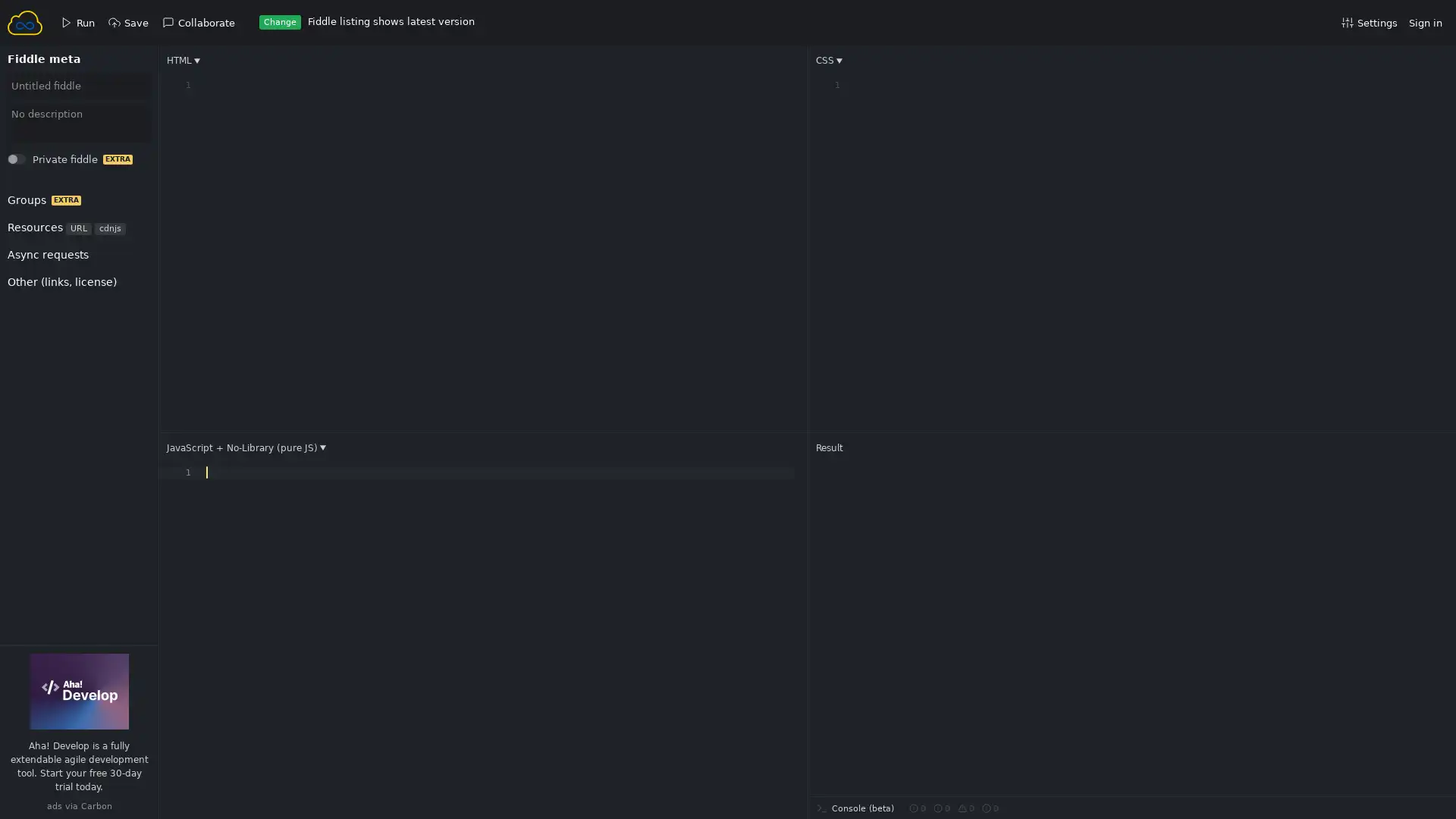  I want to click on Fork, so click(31, 163).